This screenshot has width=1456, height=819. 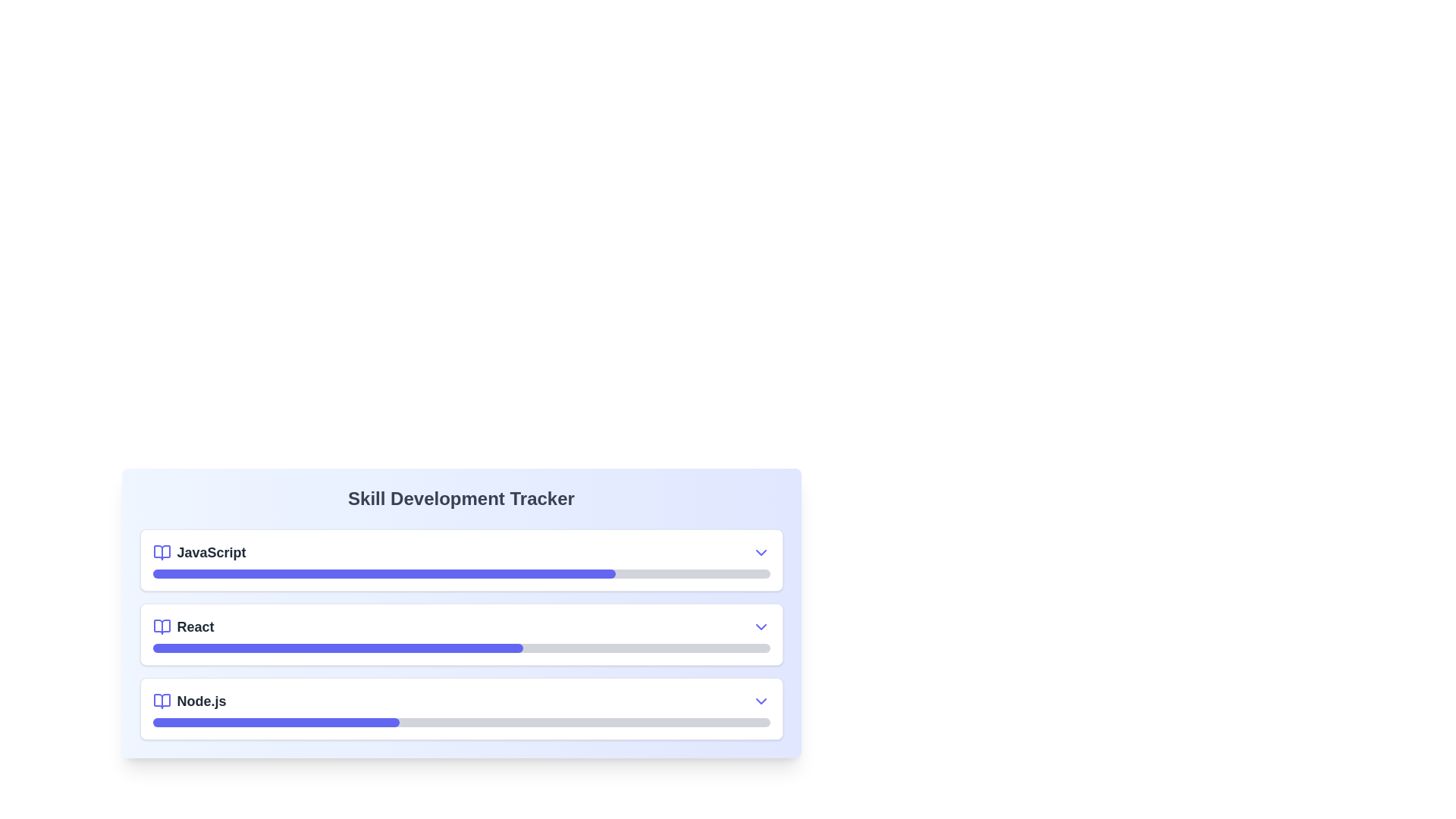 What do you see at coordinates (460, 626) in the screenshot?
I see `the 'React' list item in the 'Skill Development Tracker' section` at bounding box center [460, 626].